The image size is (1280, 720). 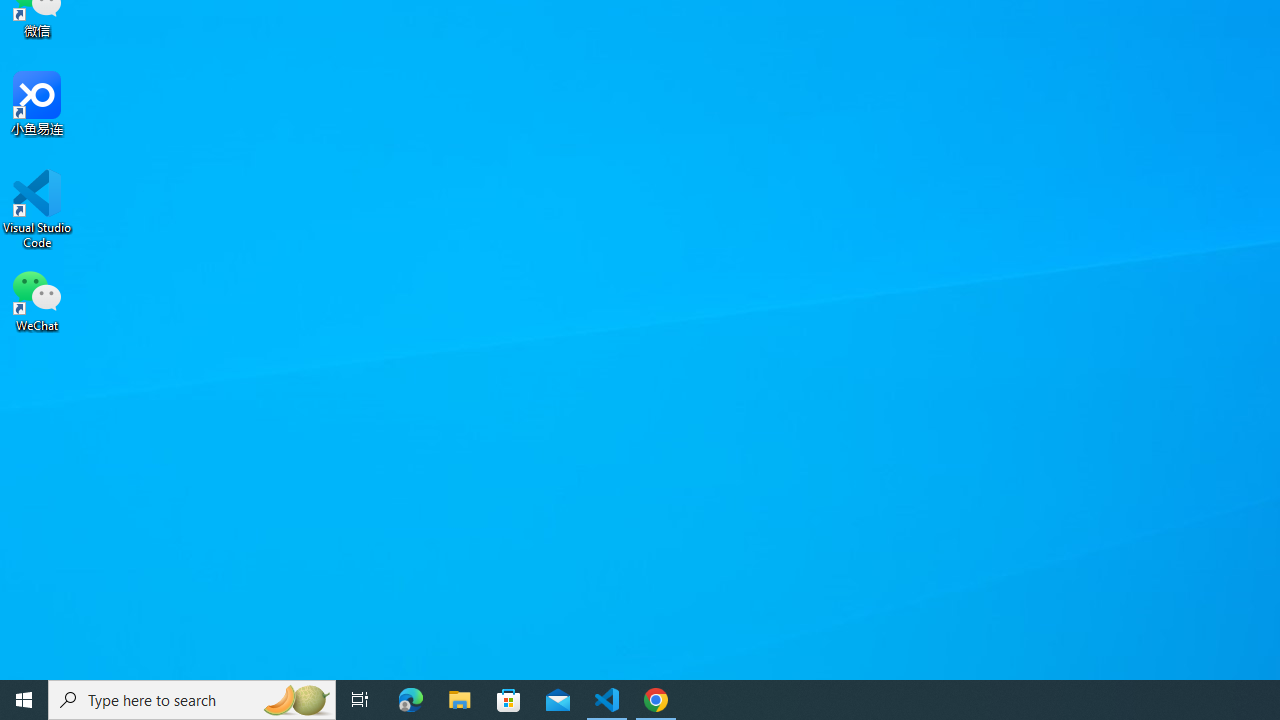 What do you see at coordinates (37, 209) in the screenshot?
I see `'Visual Studio Code'` at bounding box center [37, 209].